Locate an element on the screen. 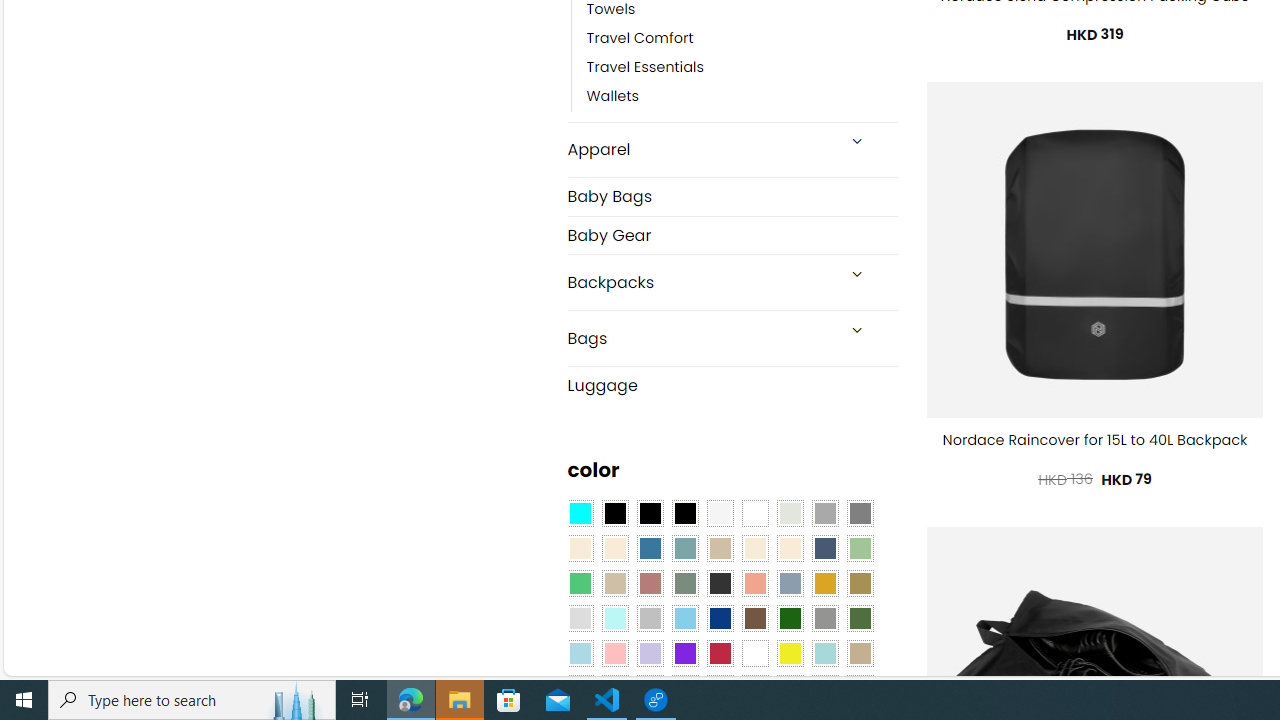  'Pearly White' is located at coordinates (720, 513).